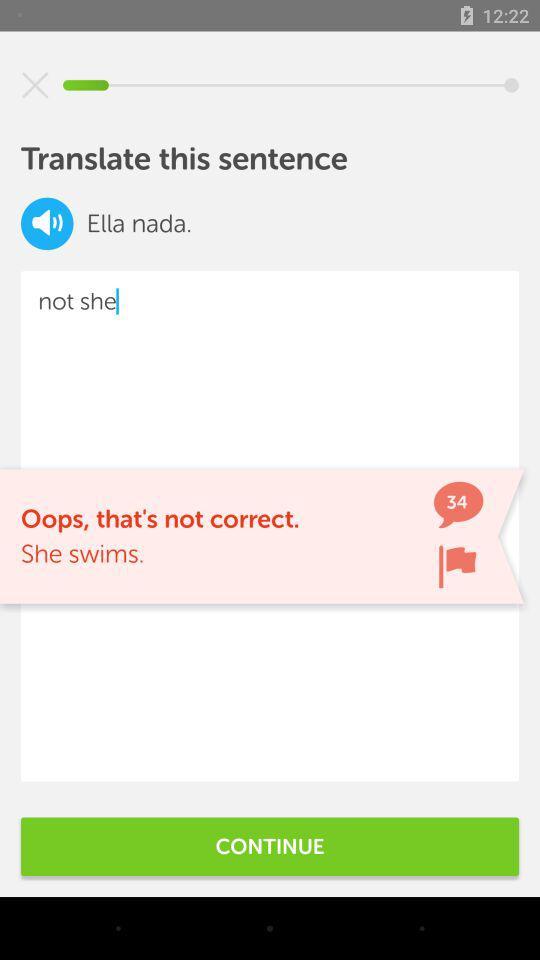 This screenshot has width=540, height=960. Describe the element at coordinates (270, 525) in the screenshot. I see `the not she icon` at that location.